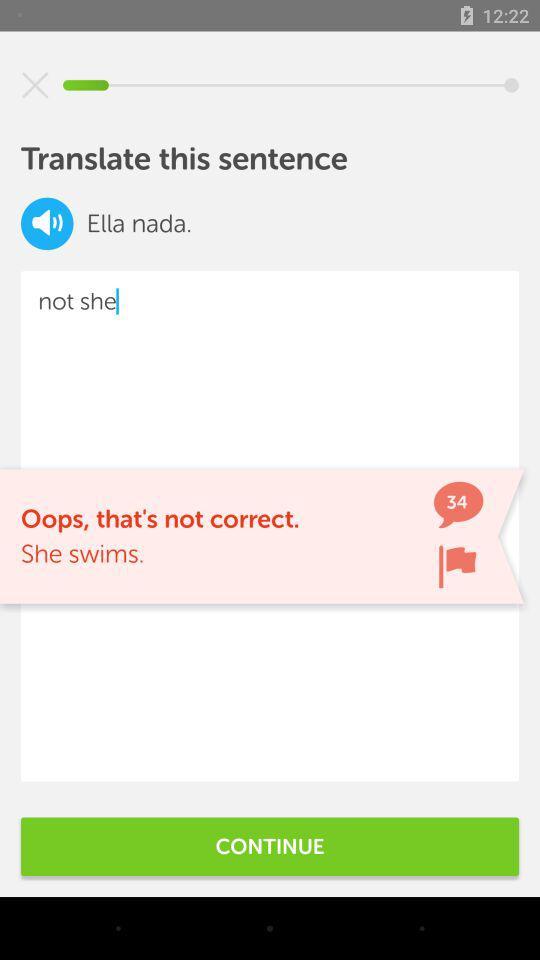 This screenshot has width=540, height=960. Describe the element at coordinates (270, 525) in the screenshot. I see `the not she icon` at that location.